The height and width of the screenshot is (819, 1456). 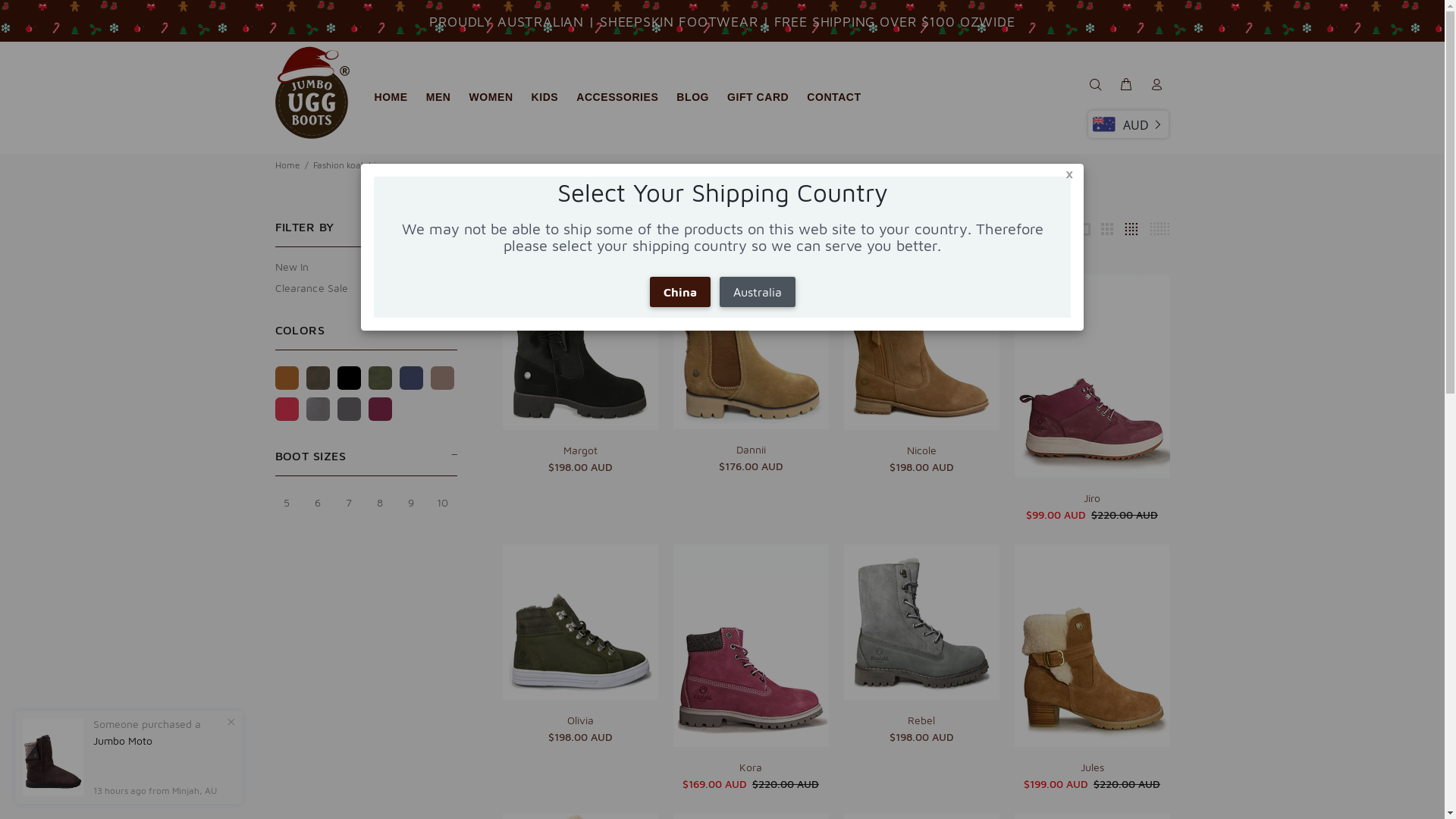 I want to click on 'BLOG', so click(x=692, y=97).